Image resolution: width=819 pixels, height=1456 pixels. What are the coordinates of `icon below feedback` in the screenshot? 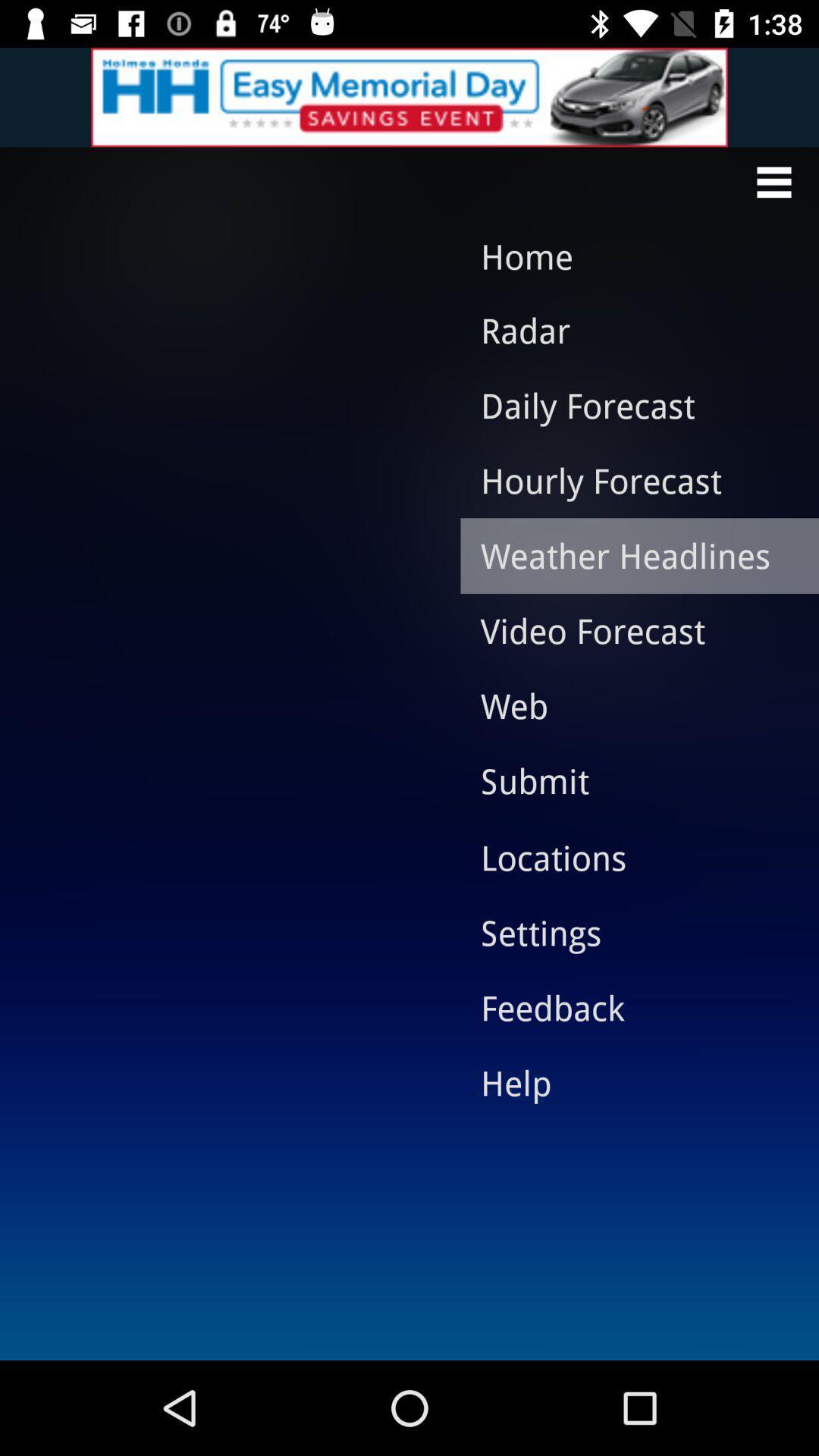 It's located at (628, 1081).